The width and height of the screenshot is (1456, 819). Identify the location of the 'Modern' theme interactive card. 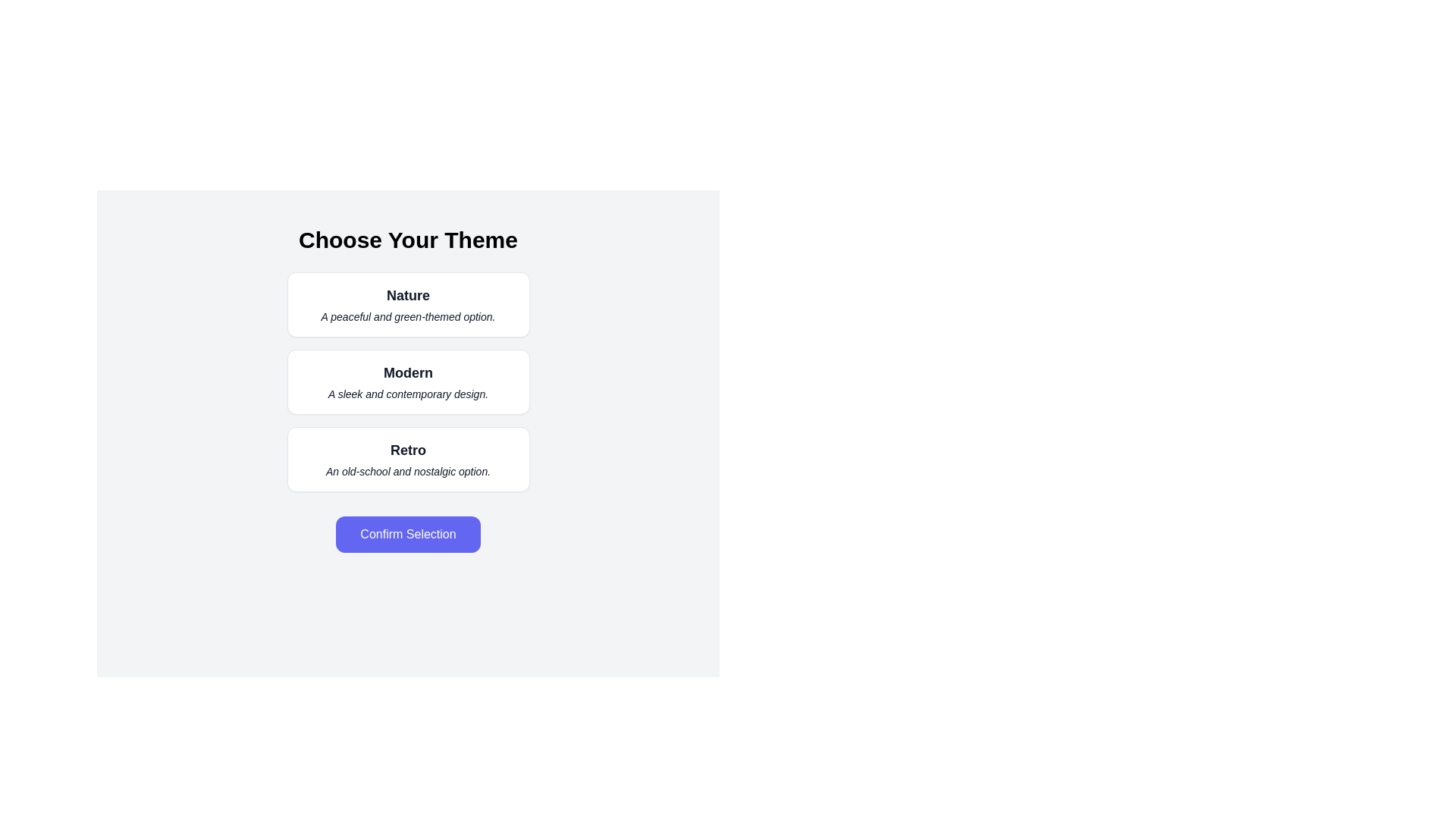
(408, 381).